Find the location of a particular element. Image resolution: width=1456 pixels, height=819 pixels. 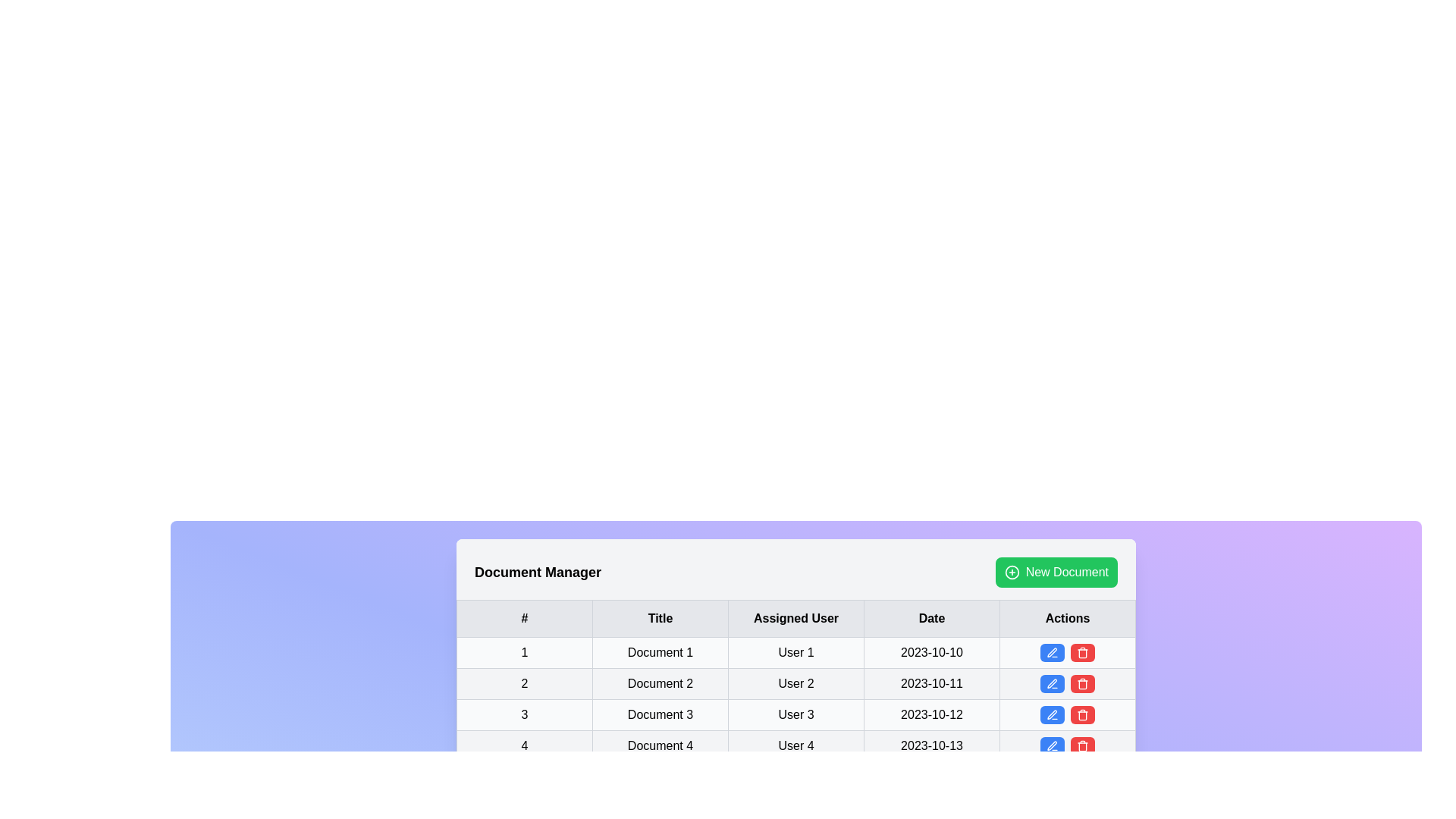

the Static Text Cell containing the numeral '2', which is located in the second row of the table under the '#' column is located at coordinates (524, 684).